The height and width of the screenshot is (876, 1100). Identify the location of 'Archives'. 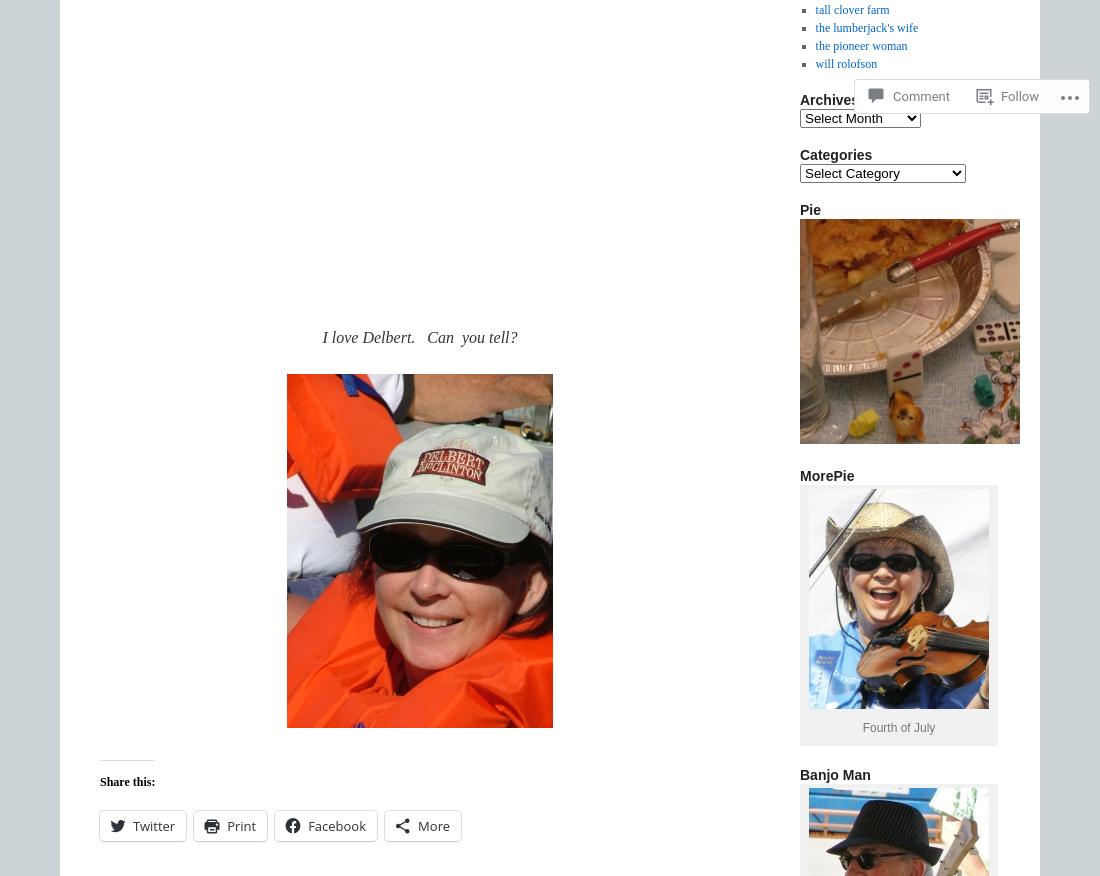
(828, 100).